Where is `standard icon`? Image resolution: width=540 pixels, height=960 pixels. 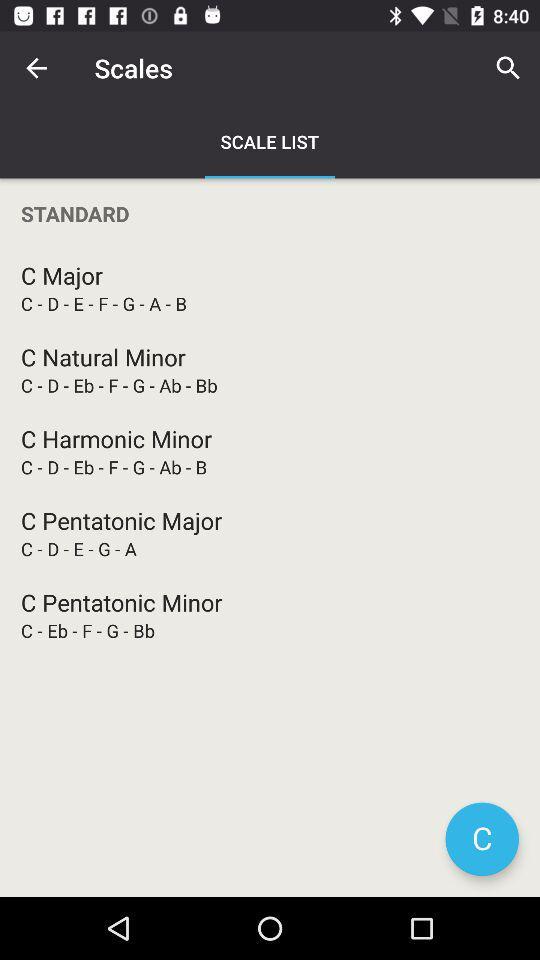 standard icon is located at coordinates (270, 213).